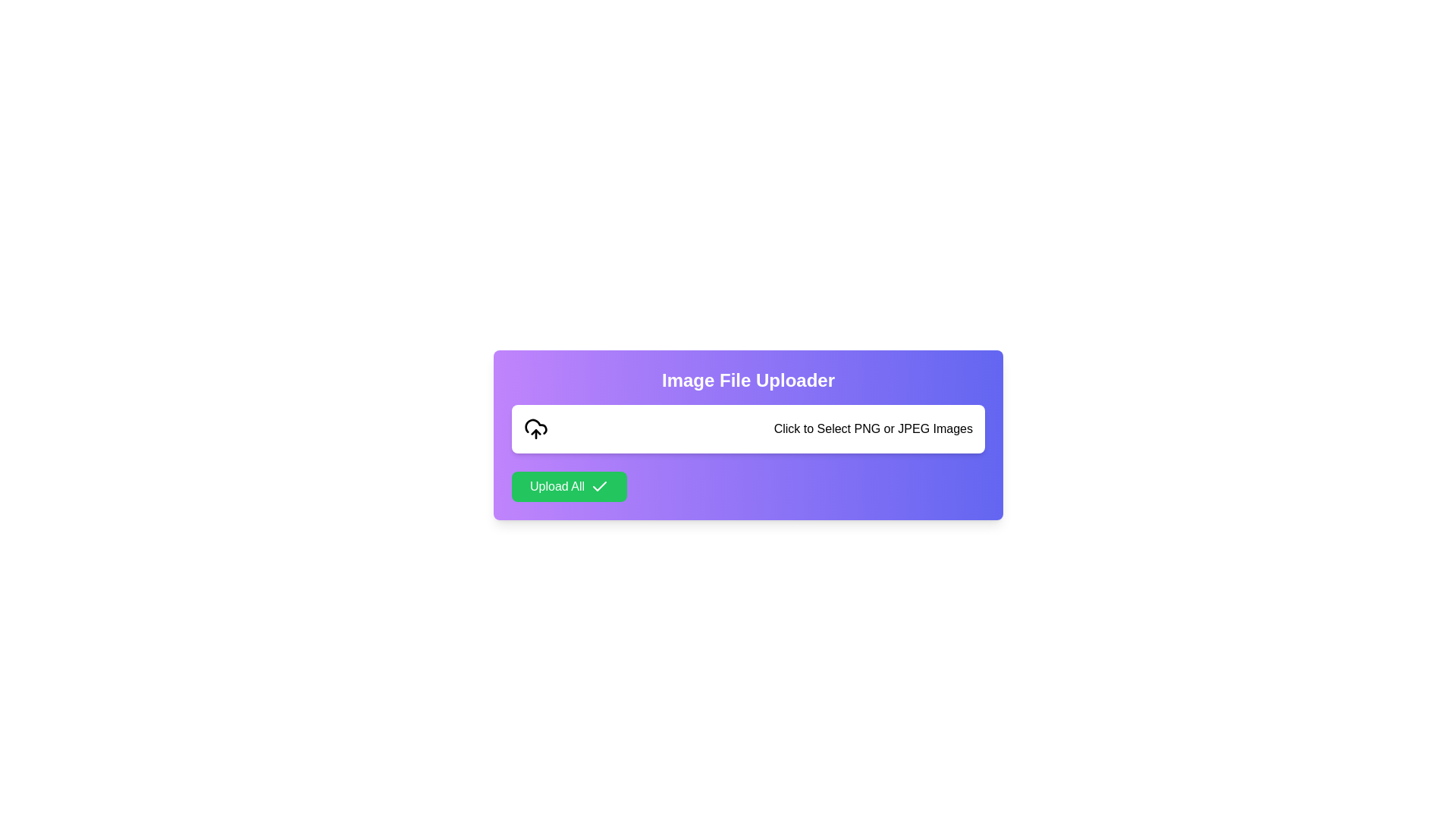  Describe the element at coordinates (748, 379) in the screenshot. I see `the Static Text element displaying 'Image File Uploader', which is a large, bold title in white against a gradient background` at that location.